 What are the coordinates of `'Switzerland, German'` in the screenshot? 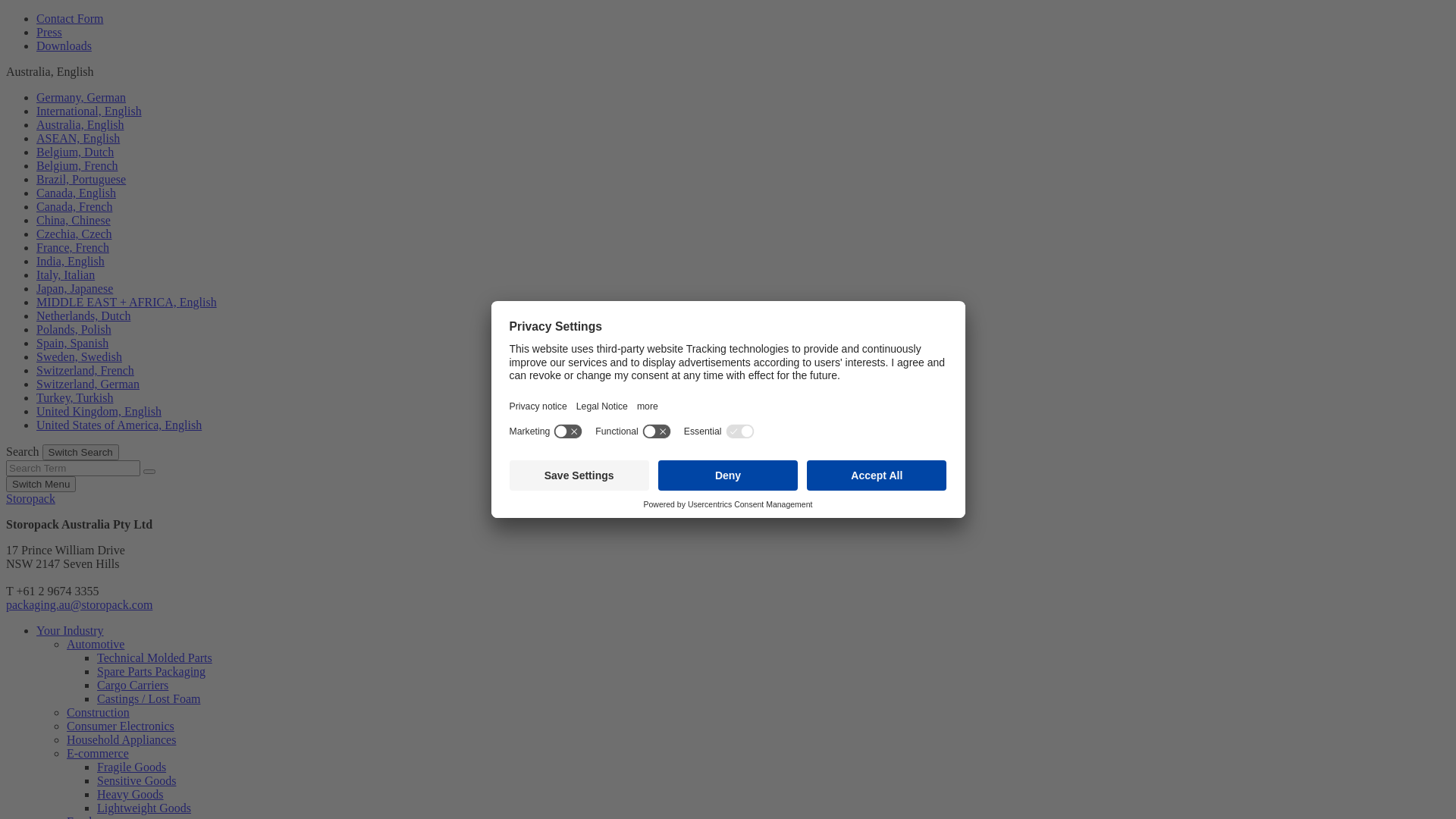 It's located at (36, 383).